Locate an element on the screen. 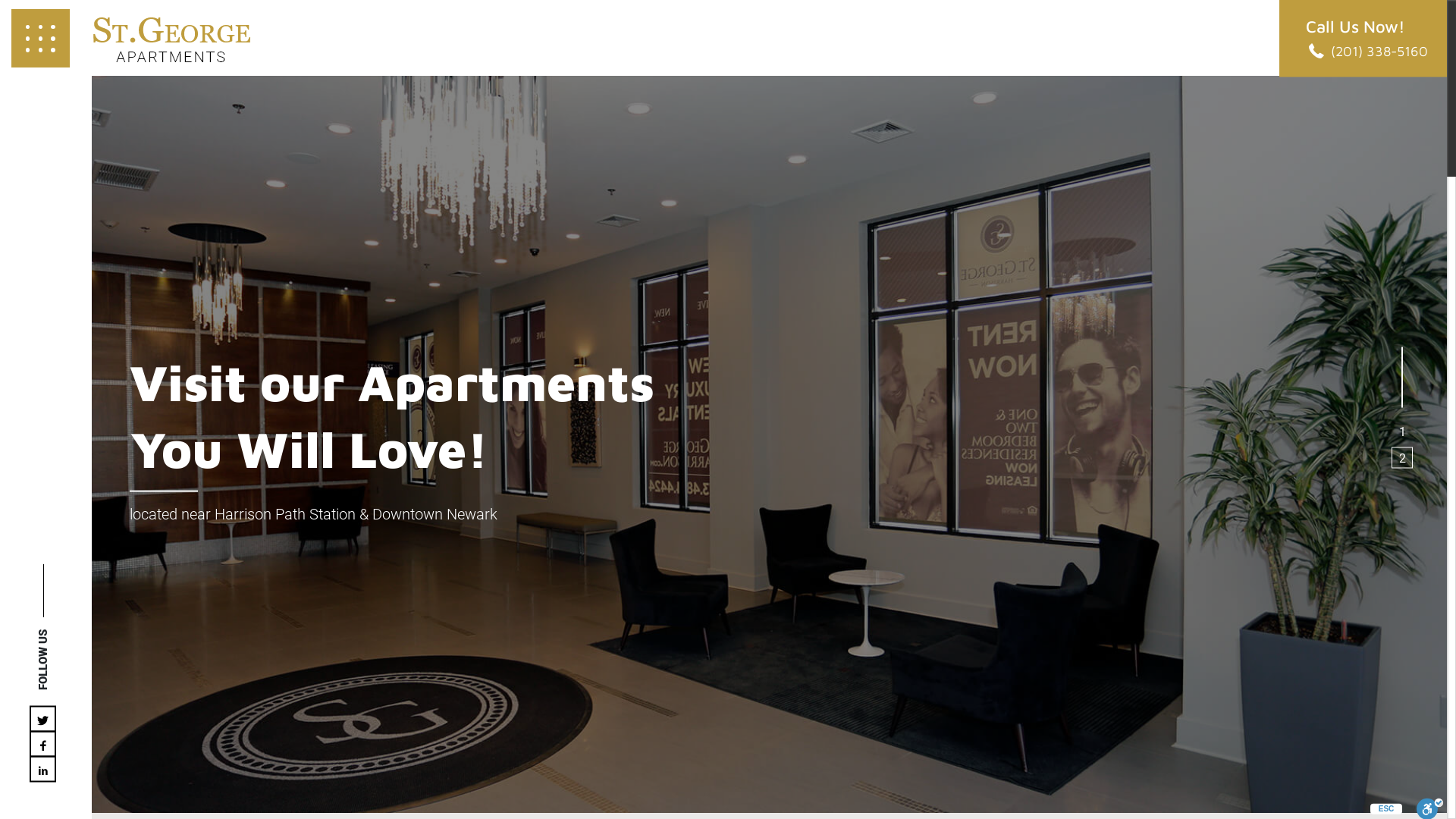  '(201) 338-5160' is located at coordinates (1367, 49).